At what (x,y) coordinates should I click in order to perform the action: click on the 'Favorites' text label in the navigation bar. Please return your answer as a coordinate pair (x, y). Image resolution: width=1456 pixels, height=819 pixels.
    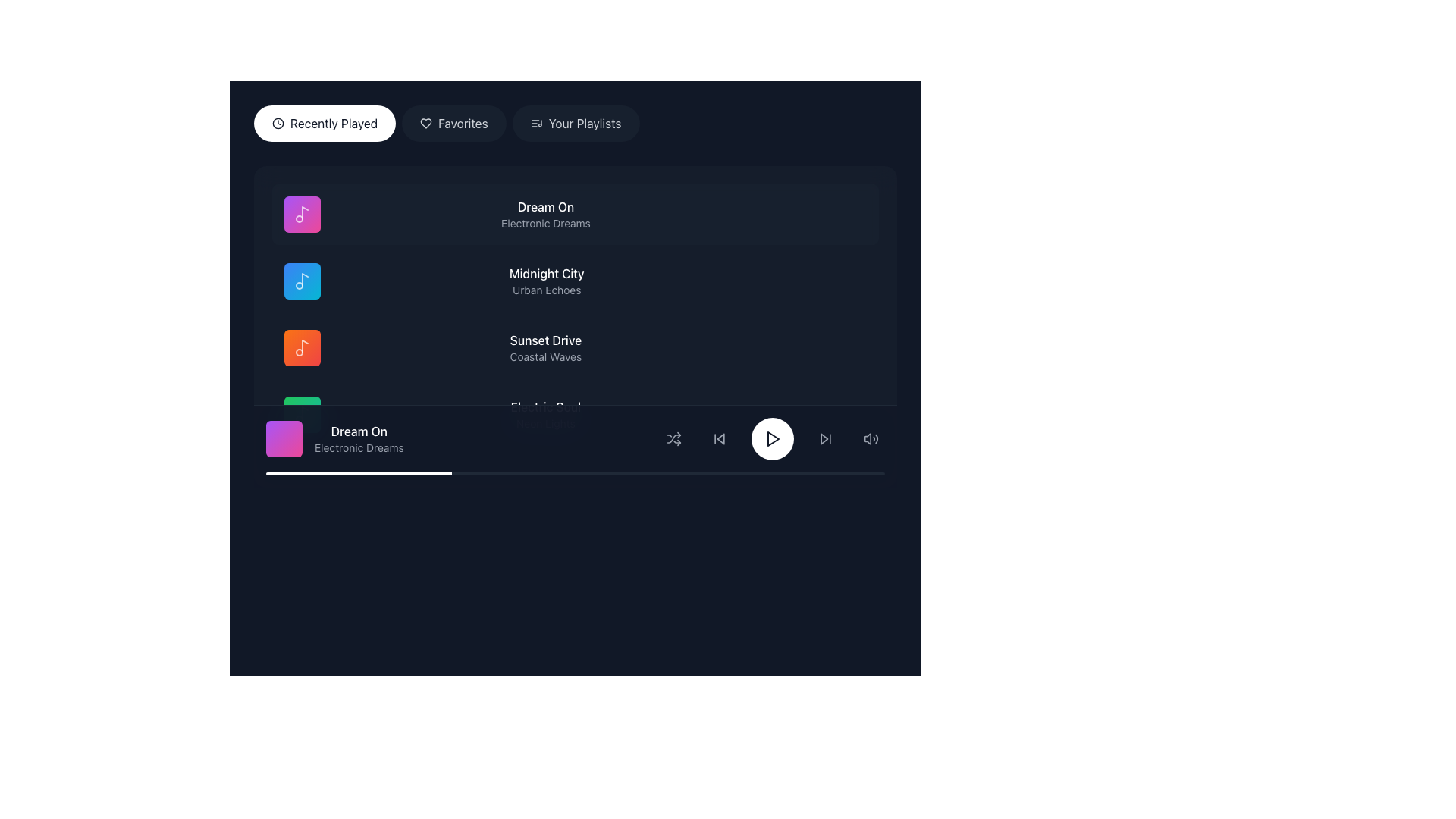
    Looking at the image, I should click on (462, 122).